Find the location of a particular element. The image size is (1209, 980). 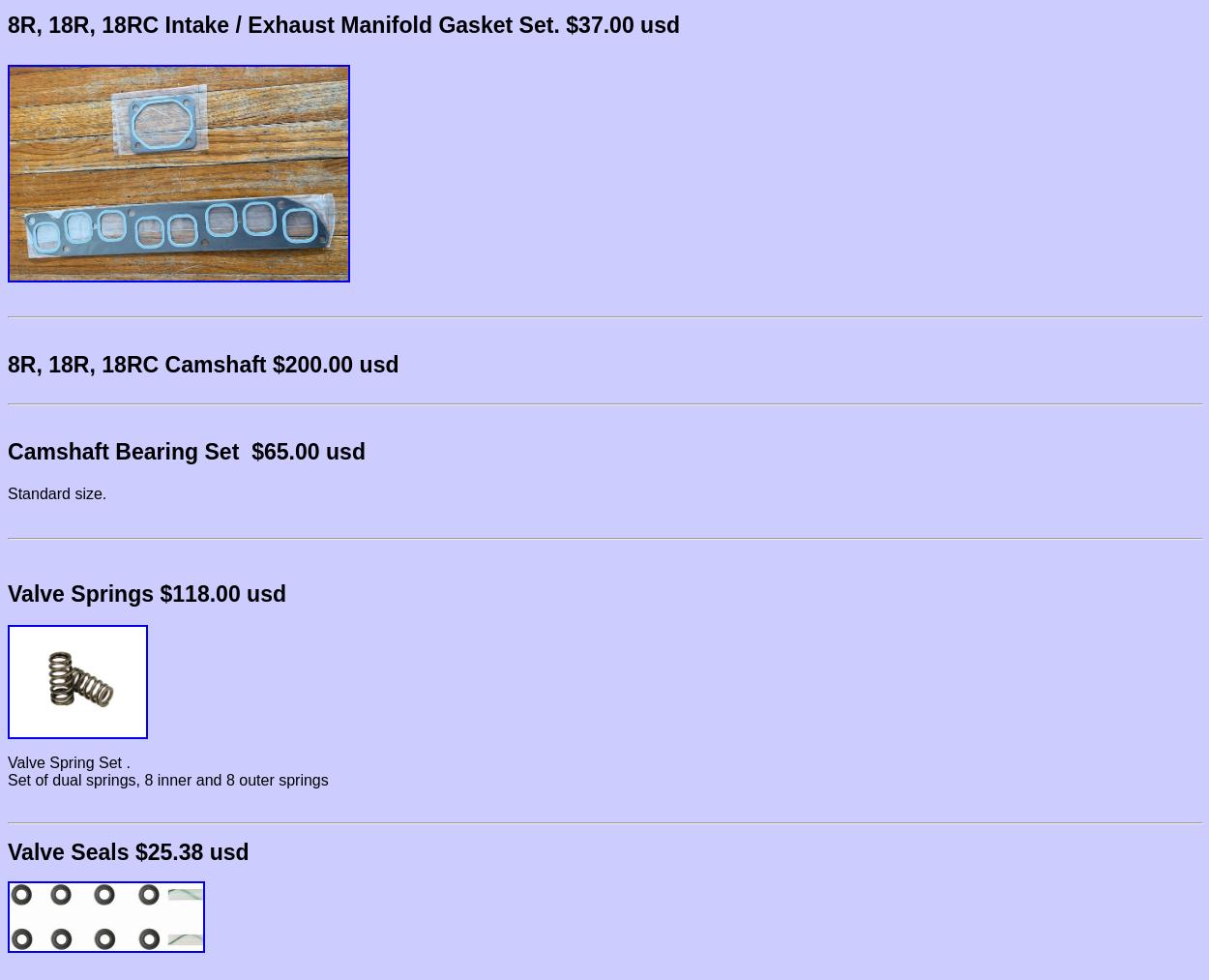

'Valve Seals $25.38 usd' is located at coordinates (128, 851).